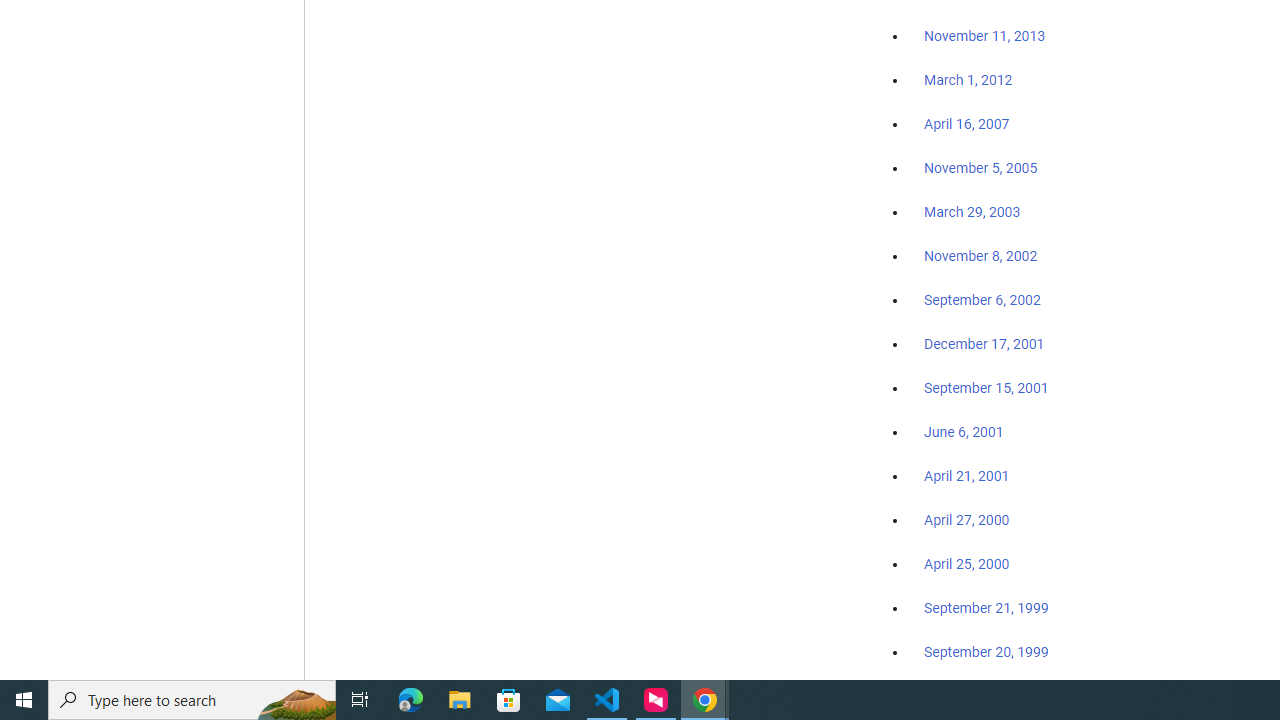 This screenshot has width=1280, height=720. What do you see at coordinates (968, 80) in the screenshot?
I see `'March 1, 2012'` at bounding box center [968, 80].